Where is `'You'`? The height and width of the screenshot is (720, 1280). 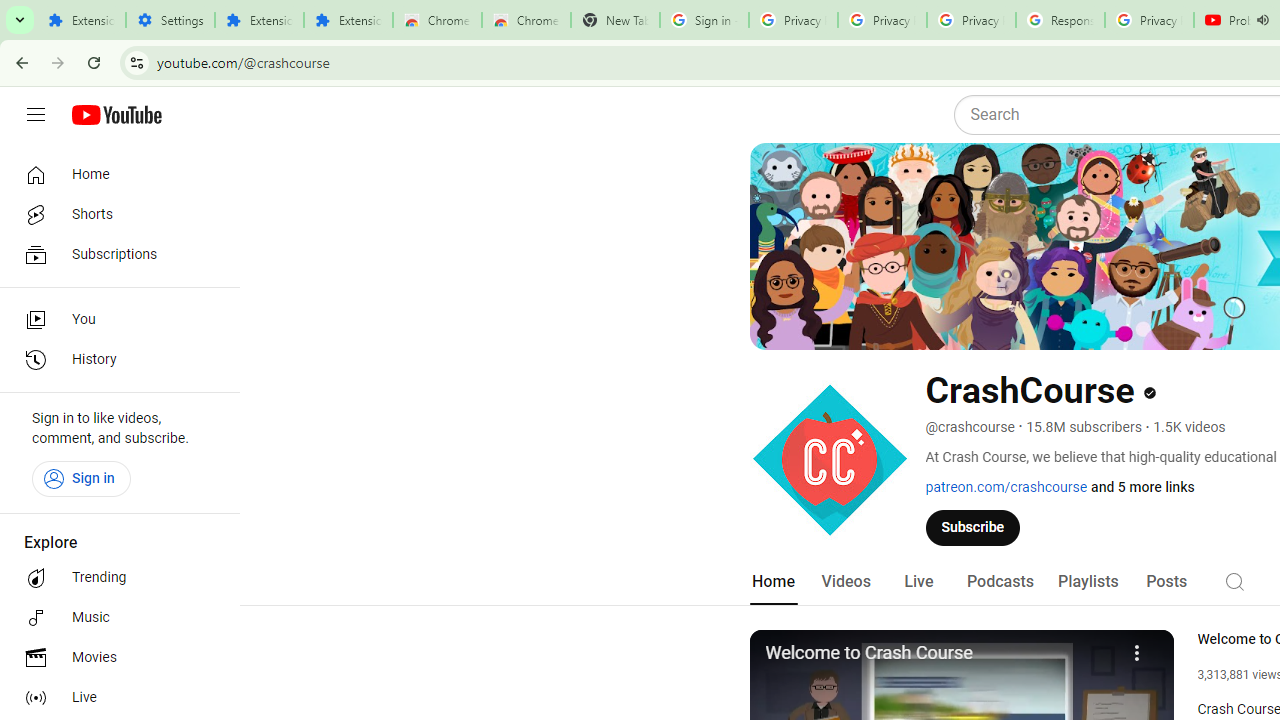 'You' is located at coordinates (112, 319).